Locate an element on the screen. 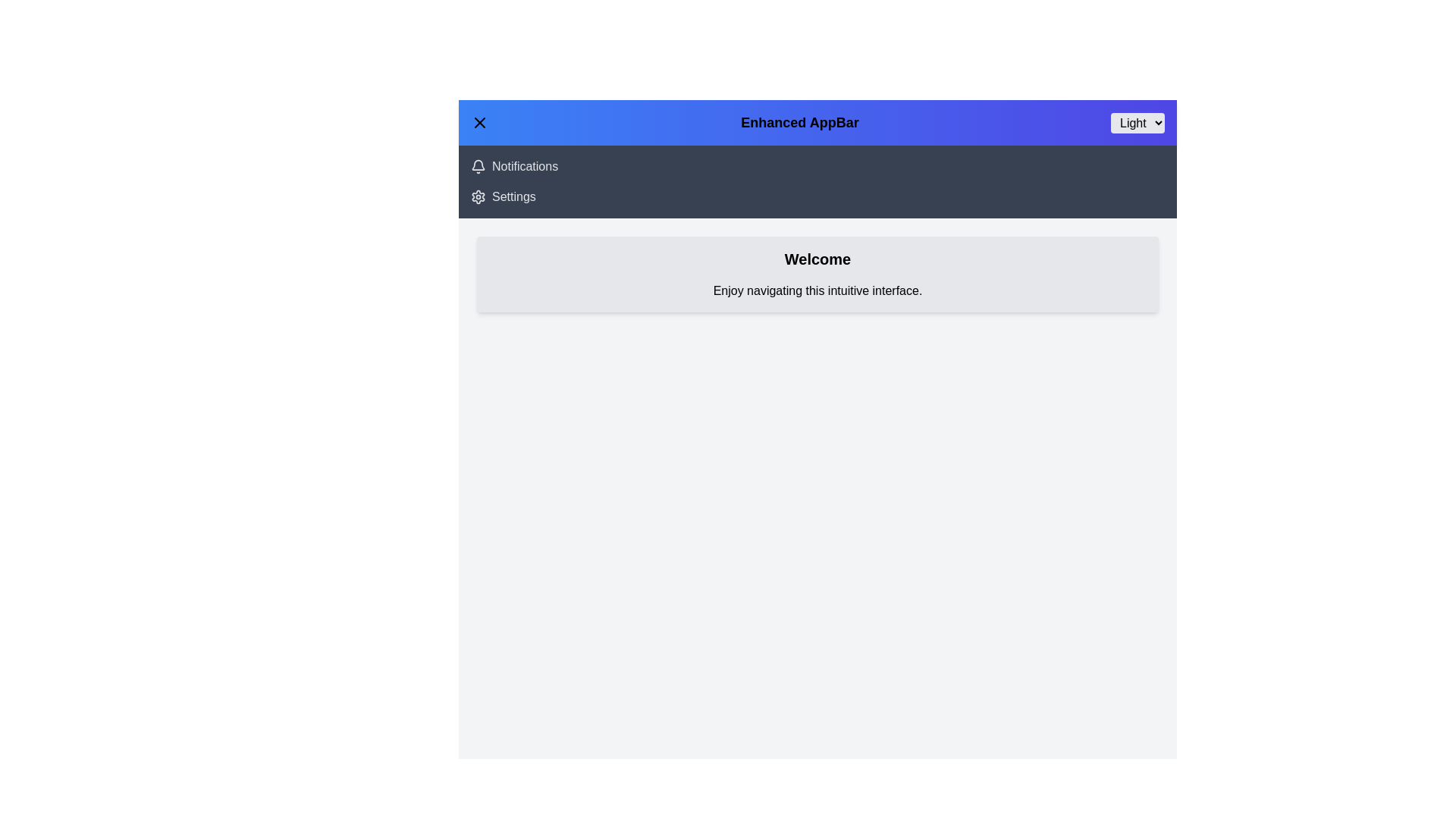  the 'Notifications' navigation link is located at coordinates (525, 166).